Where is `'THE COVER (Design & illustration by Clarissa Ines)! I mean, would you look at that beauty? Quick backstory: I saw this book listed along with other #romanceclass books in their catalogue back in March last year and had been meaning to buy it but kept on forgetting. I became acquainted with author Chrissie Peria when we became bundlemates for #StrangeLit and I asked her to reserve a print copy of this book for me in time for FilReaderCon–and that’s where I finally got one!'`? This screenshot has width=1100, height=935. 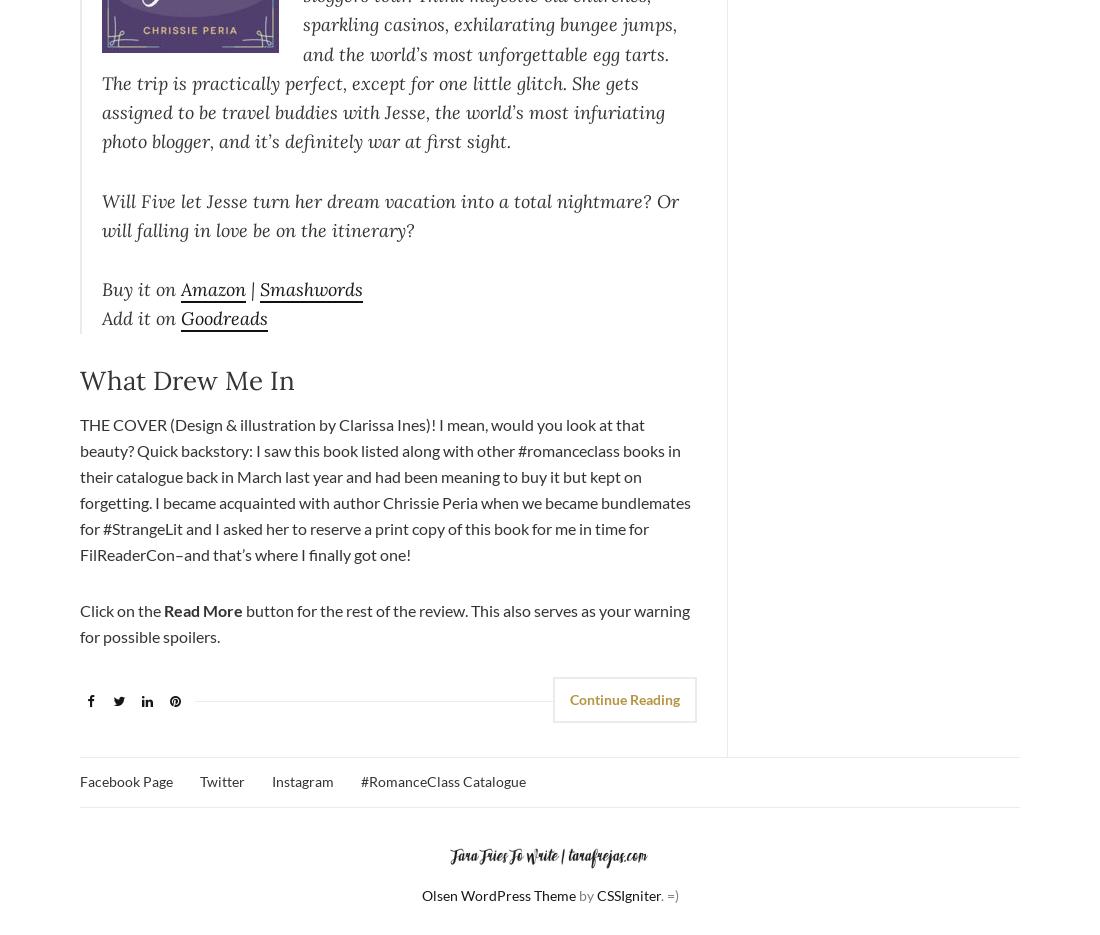 'THE COVER (Design & illustration by Clarissa Ines)! I mean, would you look at that beauty? Quick backstory: I saw this book listed along with other #romanceclass books in their catalogue back in March last year and had been meaning to buy it but kept on forgetting. I became acquainted with author Chrissie Peria when we became bundlemates for #StrangeLit and I asked her to reserve a print copy of this book for me in time for FilReaderCon–and that’s where I finally got one!' is located at coordinates (385, 488).